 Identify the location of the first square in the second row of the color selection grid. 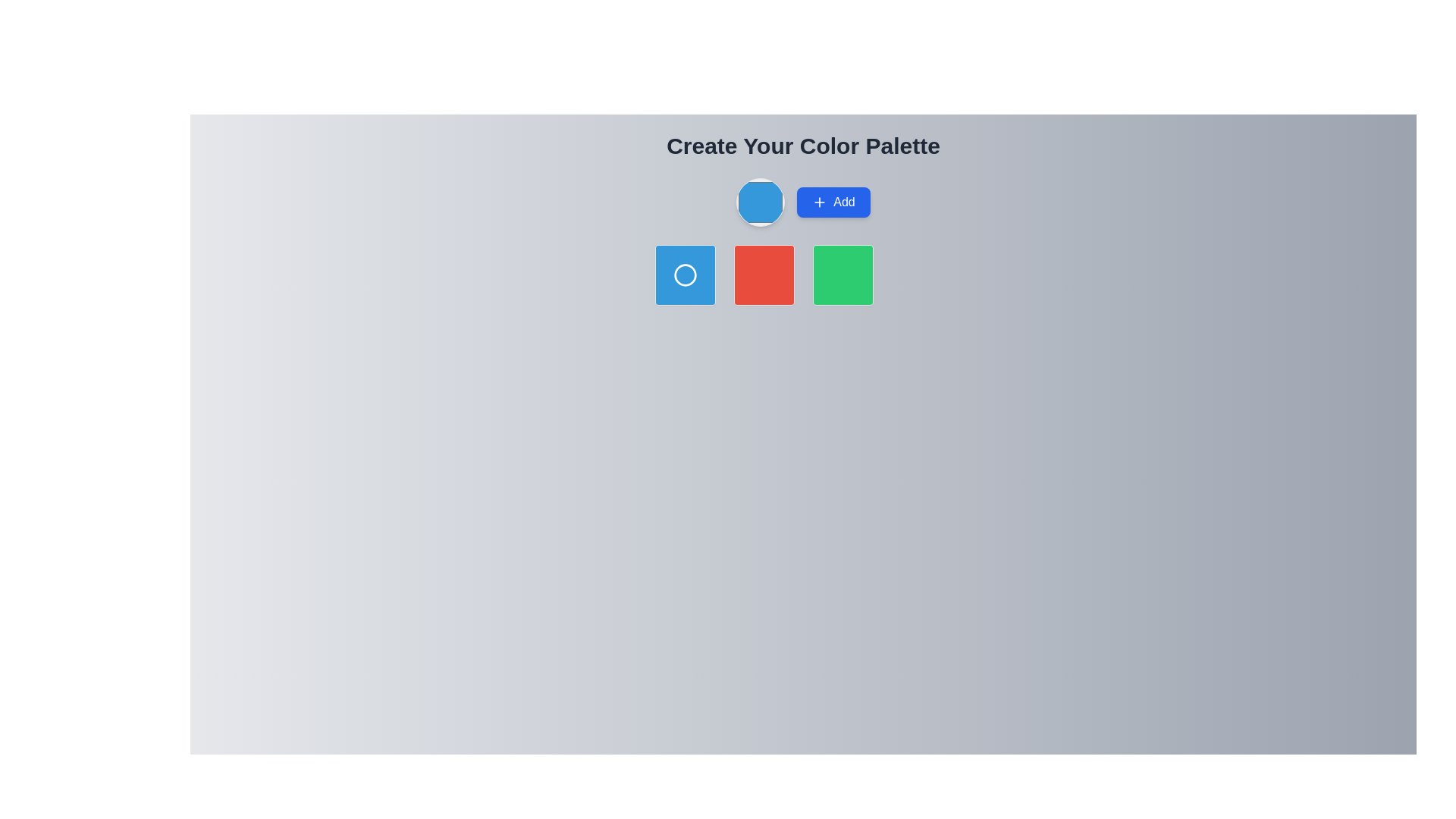
(684, 275).